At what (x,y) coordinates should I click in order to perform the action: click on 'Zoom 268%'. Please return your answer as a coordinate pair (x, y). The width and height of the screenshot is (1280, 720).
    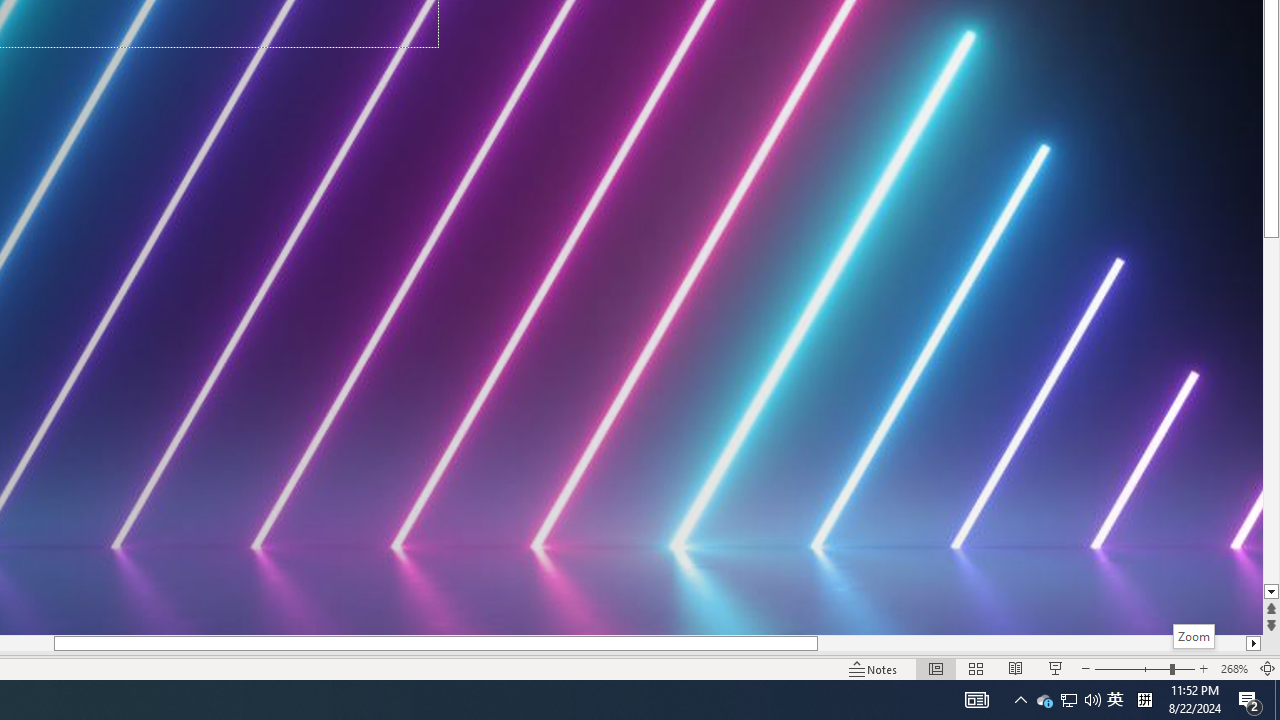
    Looking at the image, I should click on (1233, 669).